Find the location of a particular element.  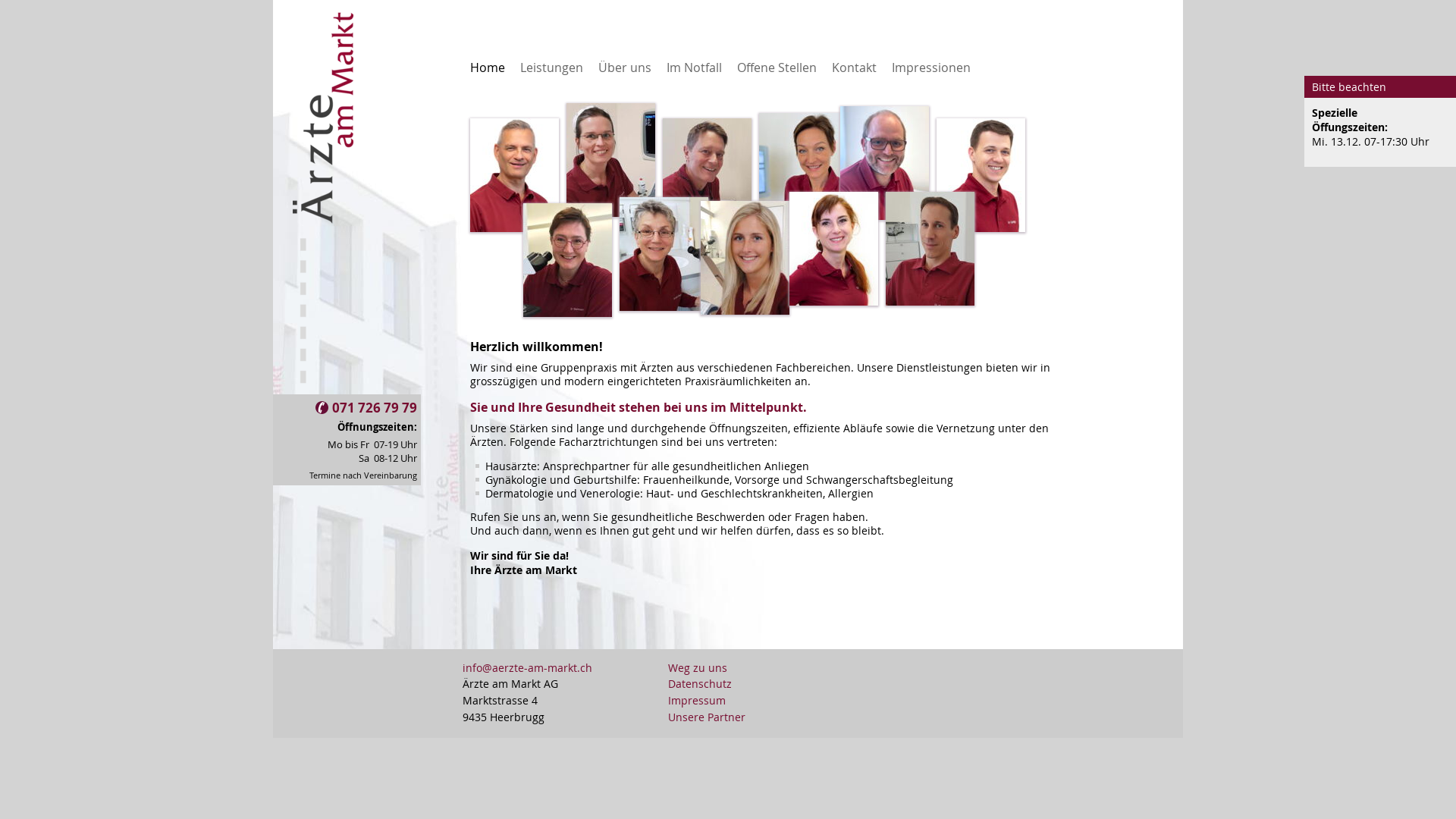

'Kontakt' is located at coordinates (854, 66).